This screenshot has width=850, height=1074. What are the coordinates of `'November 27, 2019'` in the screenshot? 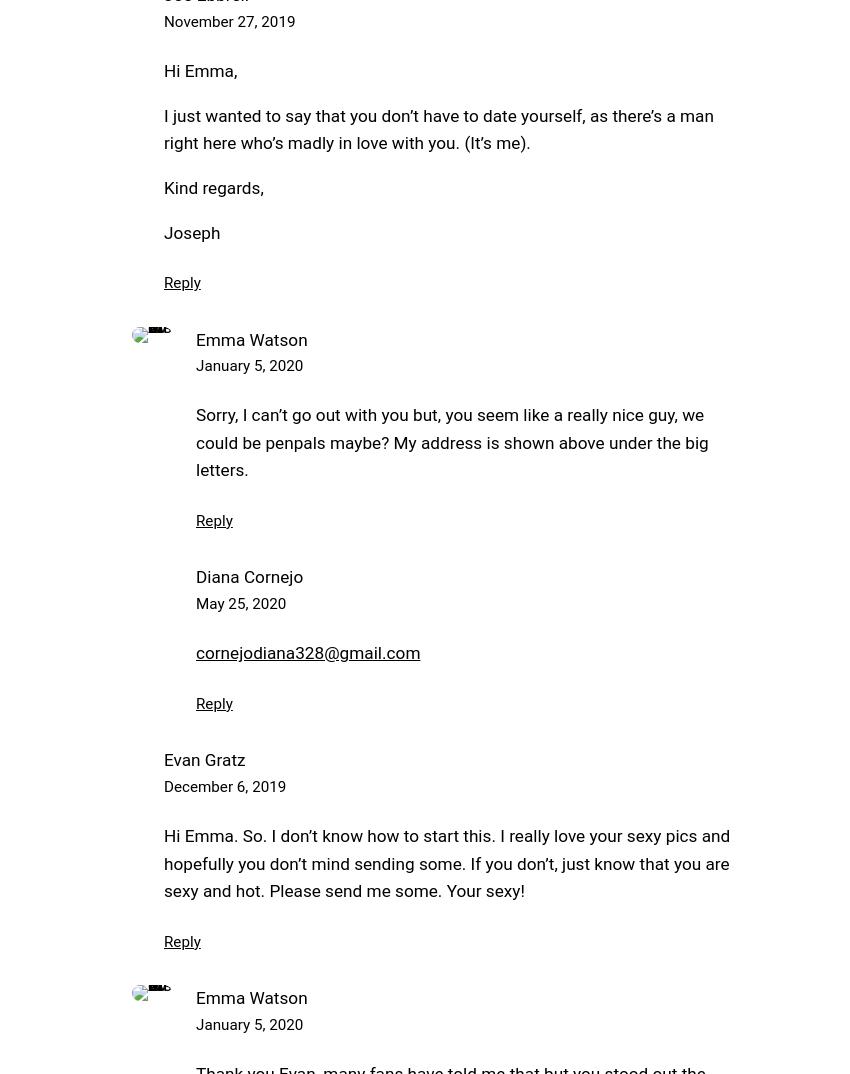 It's located at (229, 20).